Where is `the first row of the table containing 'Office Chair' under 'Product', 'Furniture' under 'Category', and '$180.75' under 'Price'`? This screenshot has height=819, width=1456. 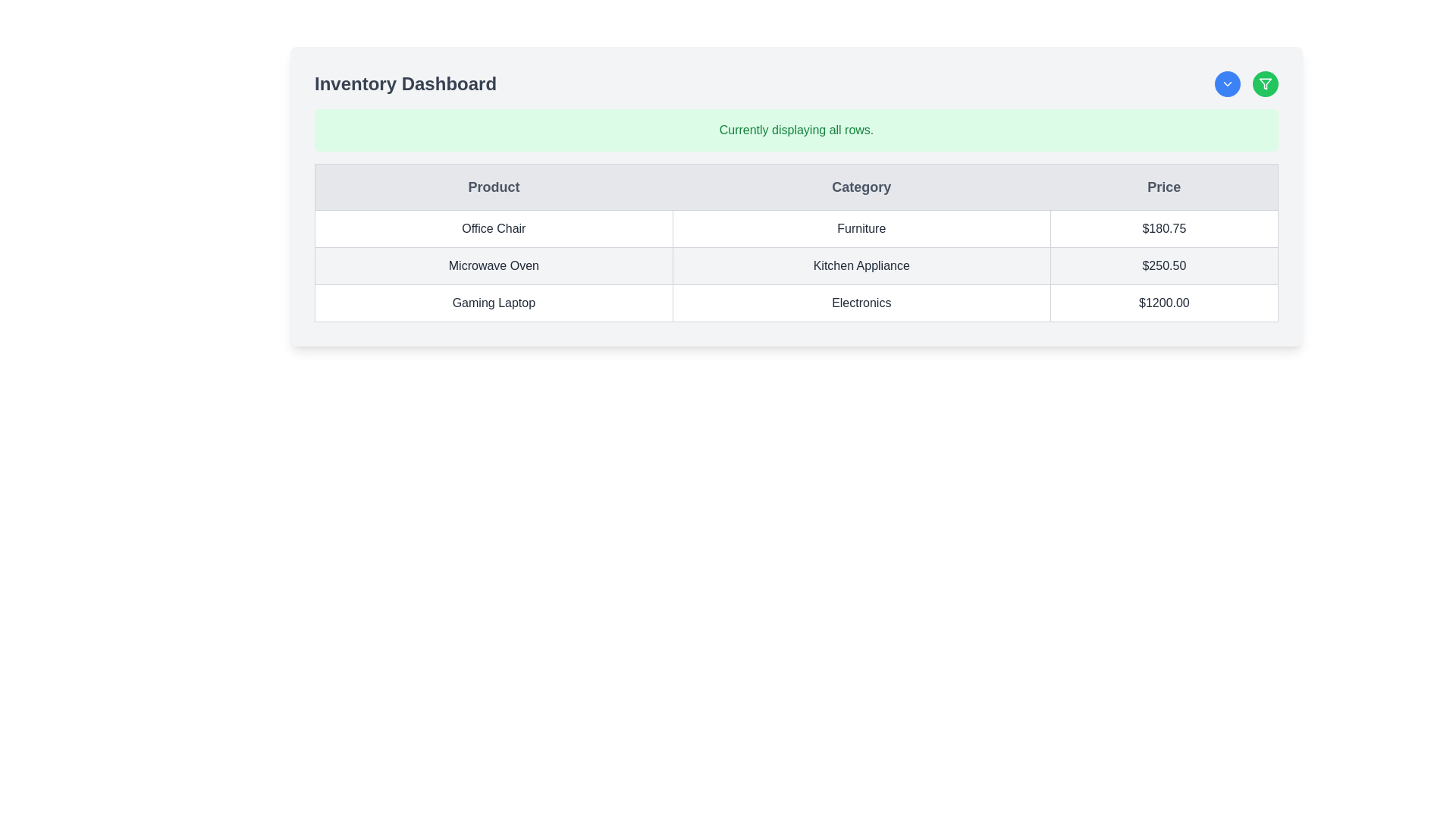 the first row of the table containing 'Office Chair' under 'Product', 'Furniture' under 'Category', and '$180.75' under 'Price' is located at coordinates (795, 228).